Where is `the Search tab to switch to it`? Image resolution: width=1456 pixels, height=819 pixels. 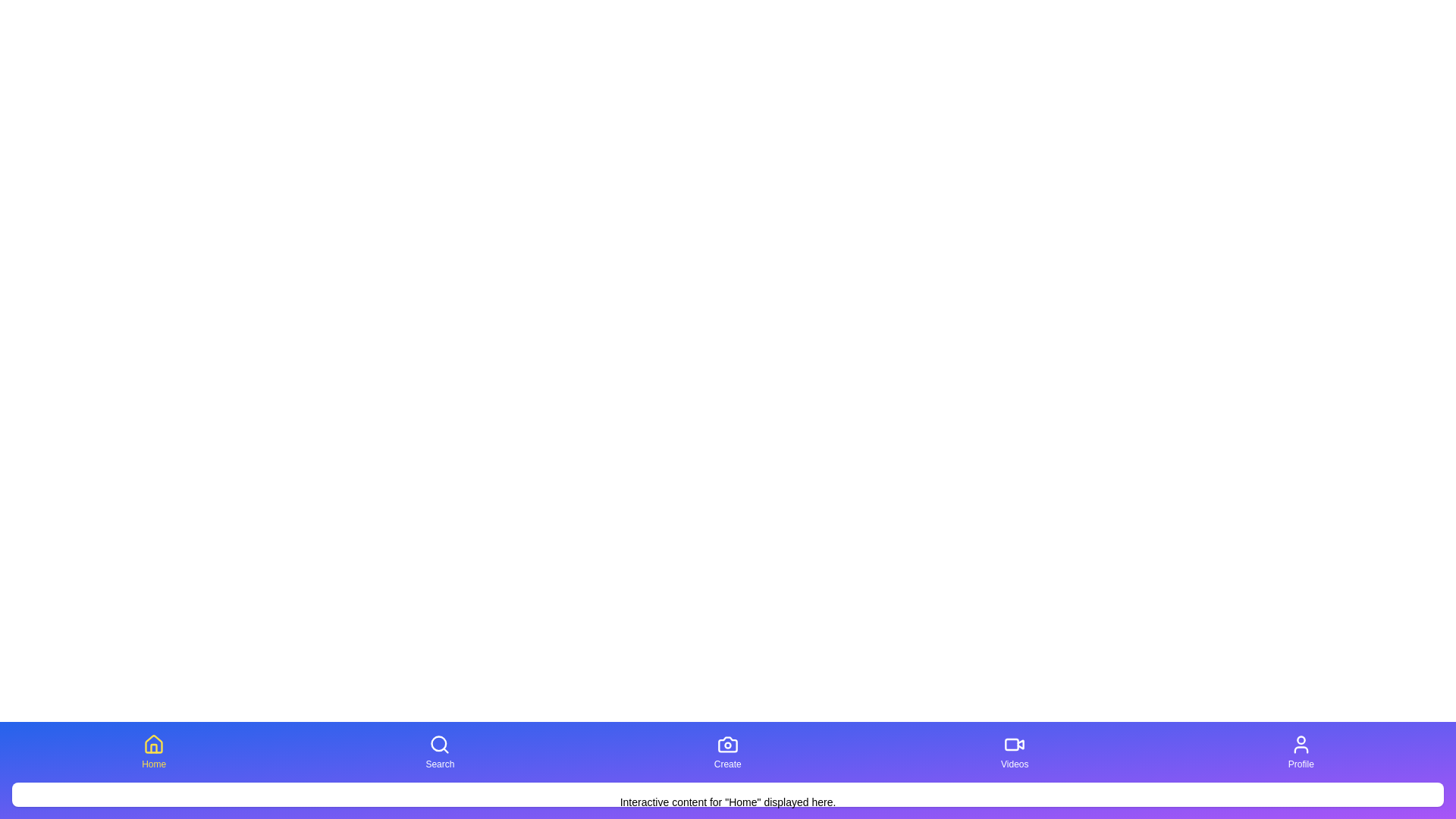 the Search tab to switch to it is located at coordinates (439, 752).